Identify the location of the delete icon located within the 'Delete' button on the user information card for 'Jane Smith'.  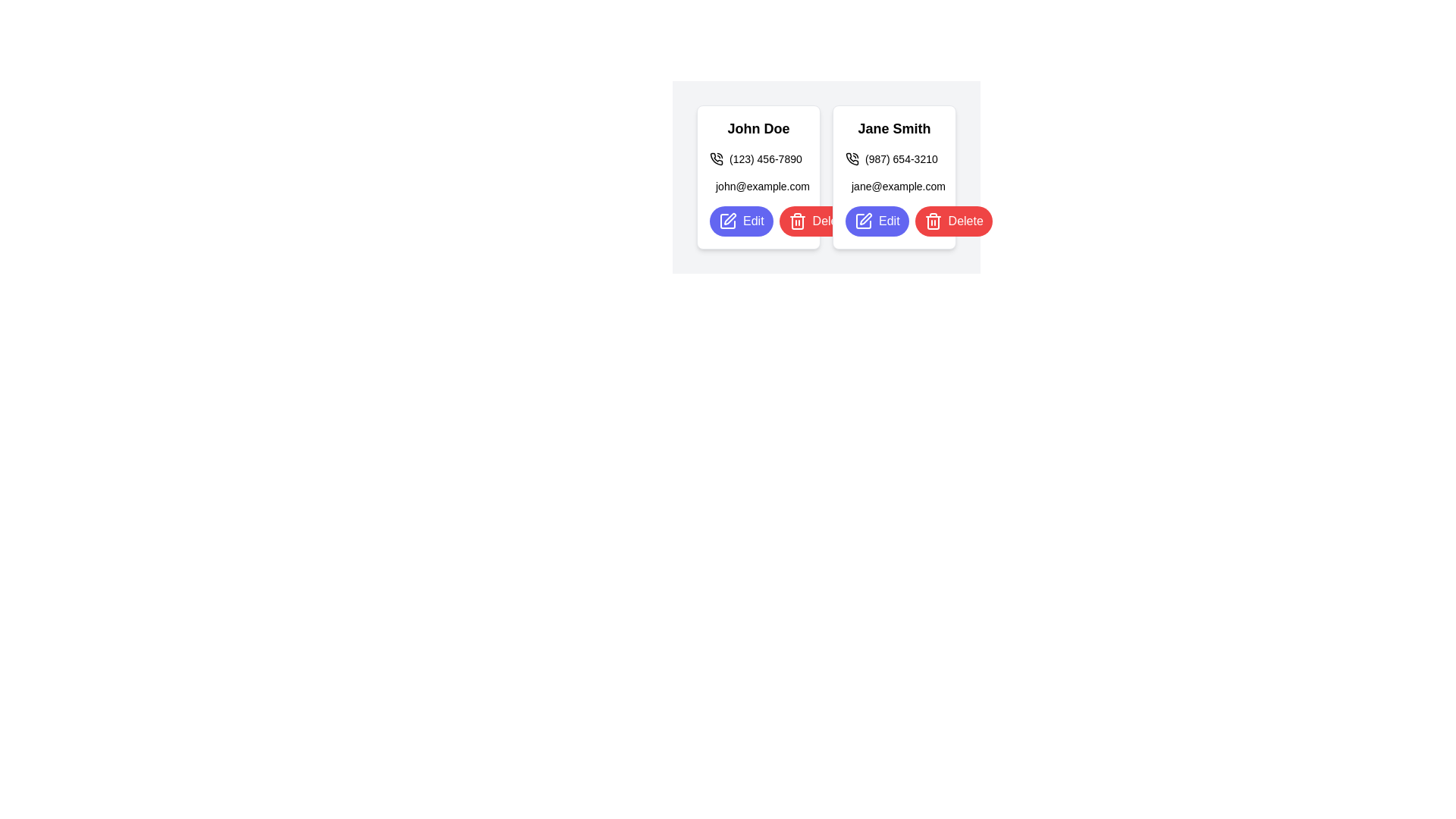
(932, 221).